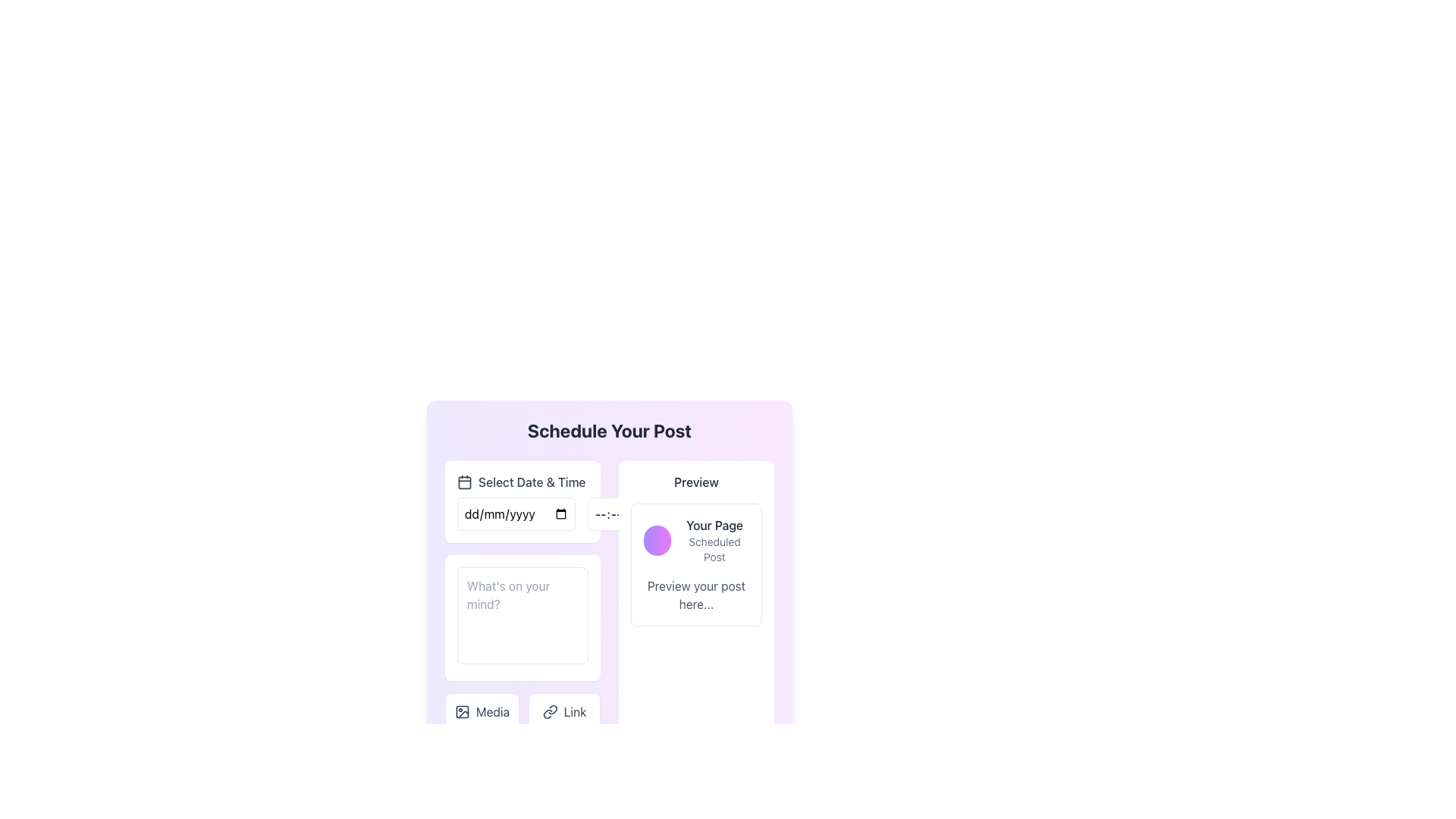 The width and height of the screenshot is (1456, 819). I want to click on the calendar icon element, so click(464, 482).